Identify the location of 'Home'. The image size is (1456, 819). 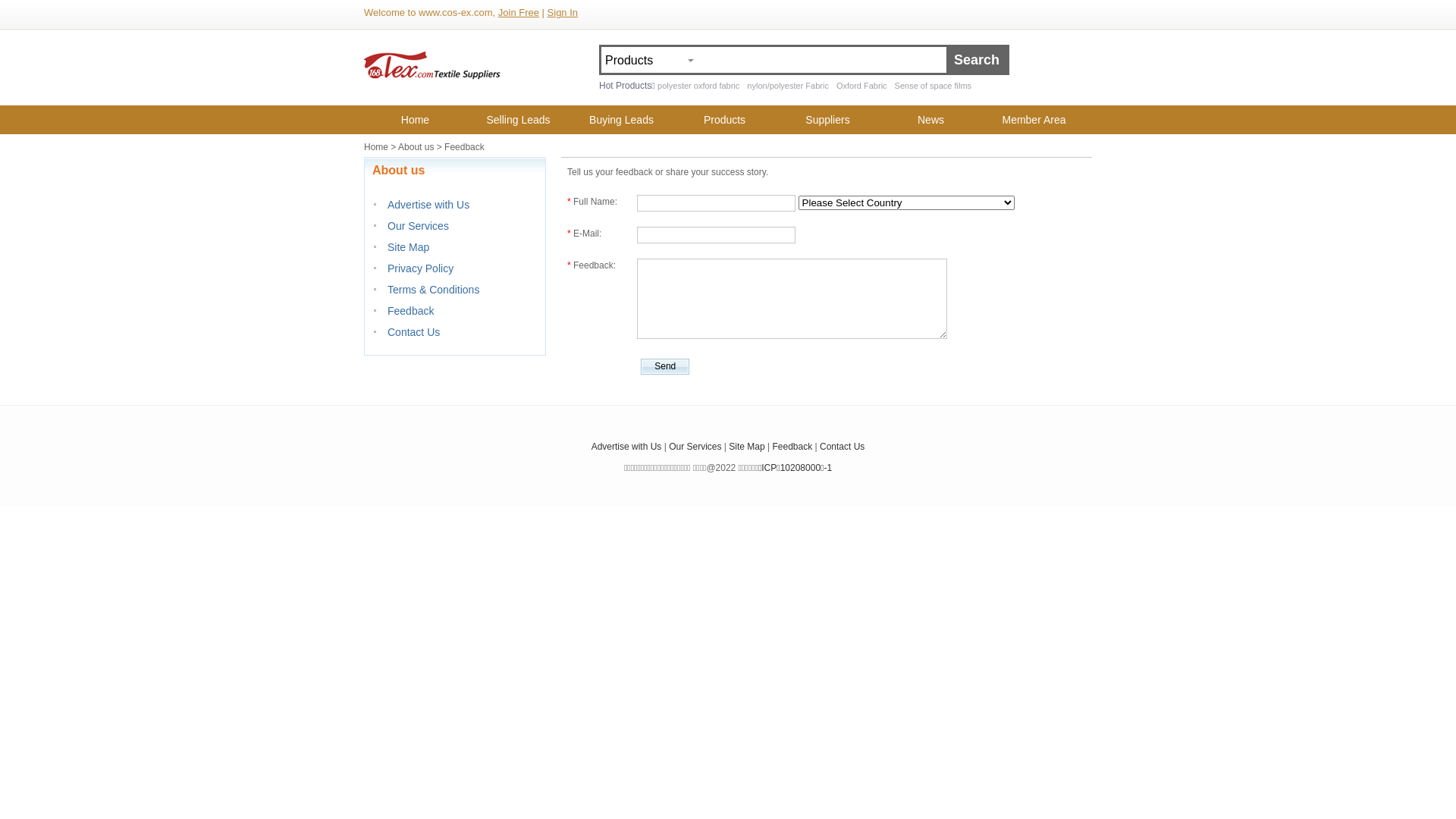
(364, 119).